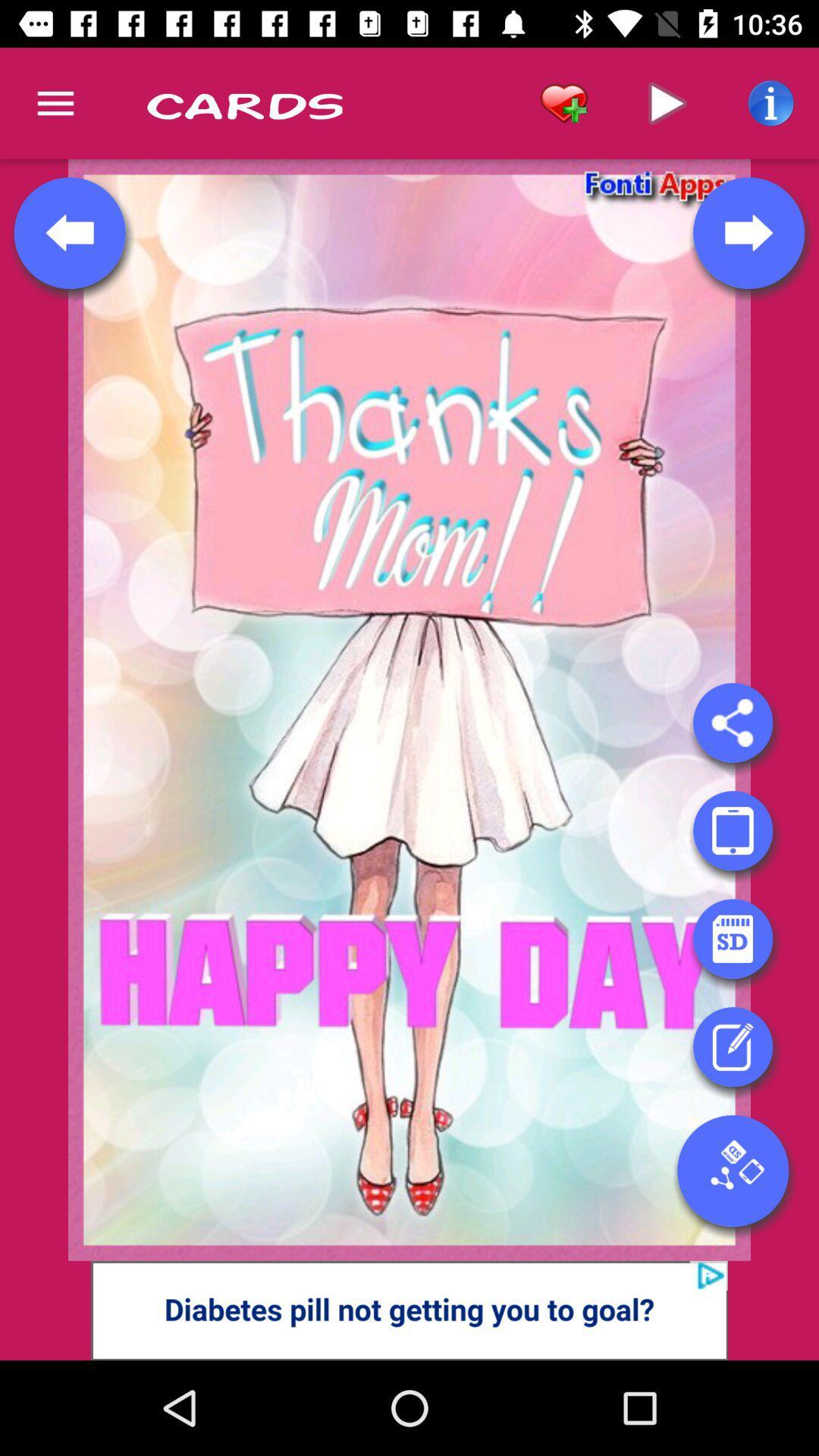  Describe the element at coordinates (732, 722) in the screenshot. I see `the share icon` at that location.